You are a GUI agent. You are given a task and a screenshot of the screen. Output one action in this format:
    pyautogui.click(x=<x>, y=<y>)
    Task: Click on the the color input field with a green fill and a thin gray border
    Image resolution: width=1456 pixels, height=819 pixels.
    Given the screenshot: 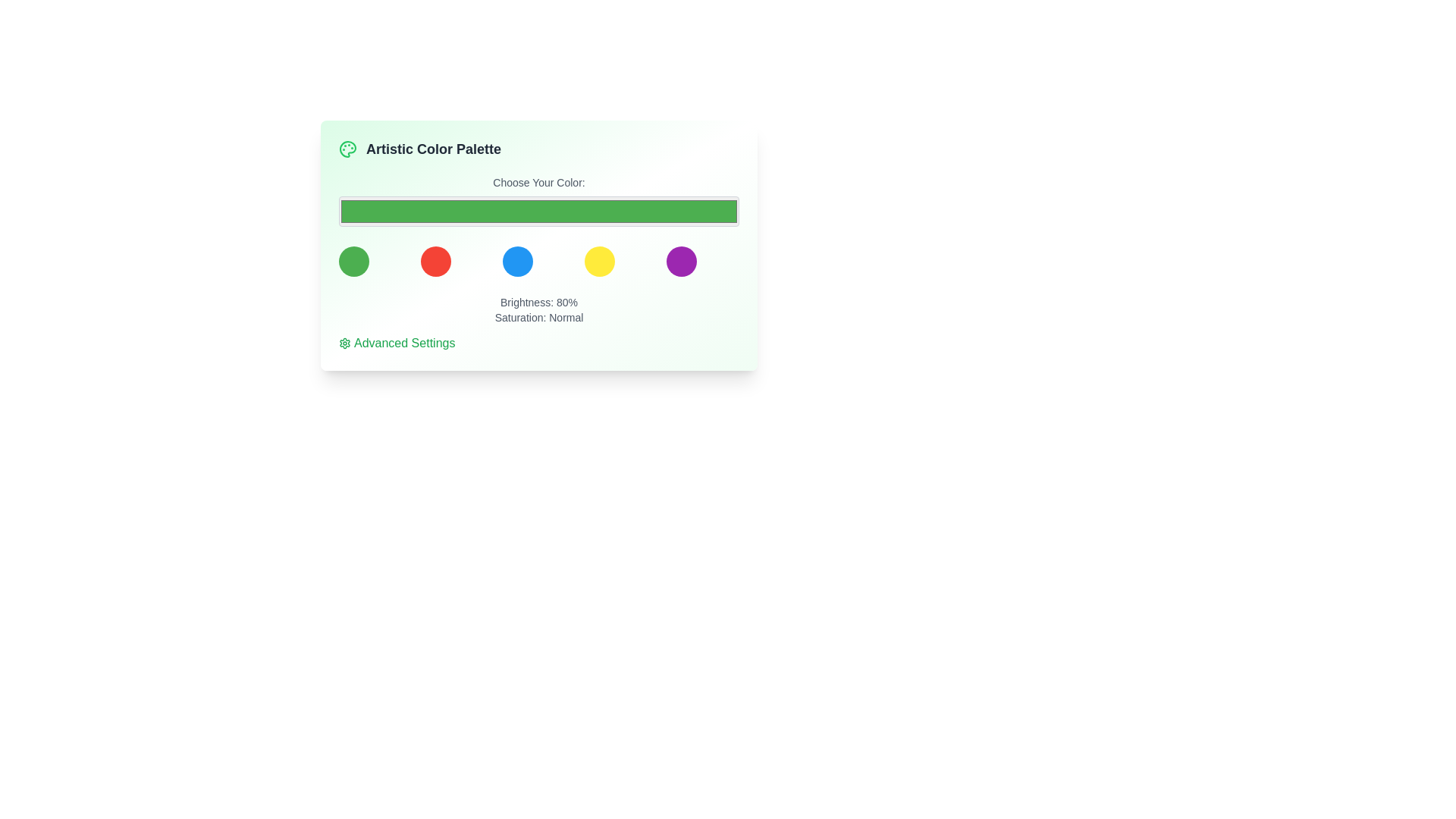 What is the action you would take?
    pyautogui.click(x=538, y=211)
    